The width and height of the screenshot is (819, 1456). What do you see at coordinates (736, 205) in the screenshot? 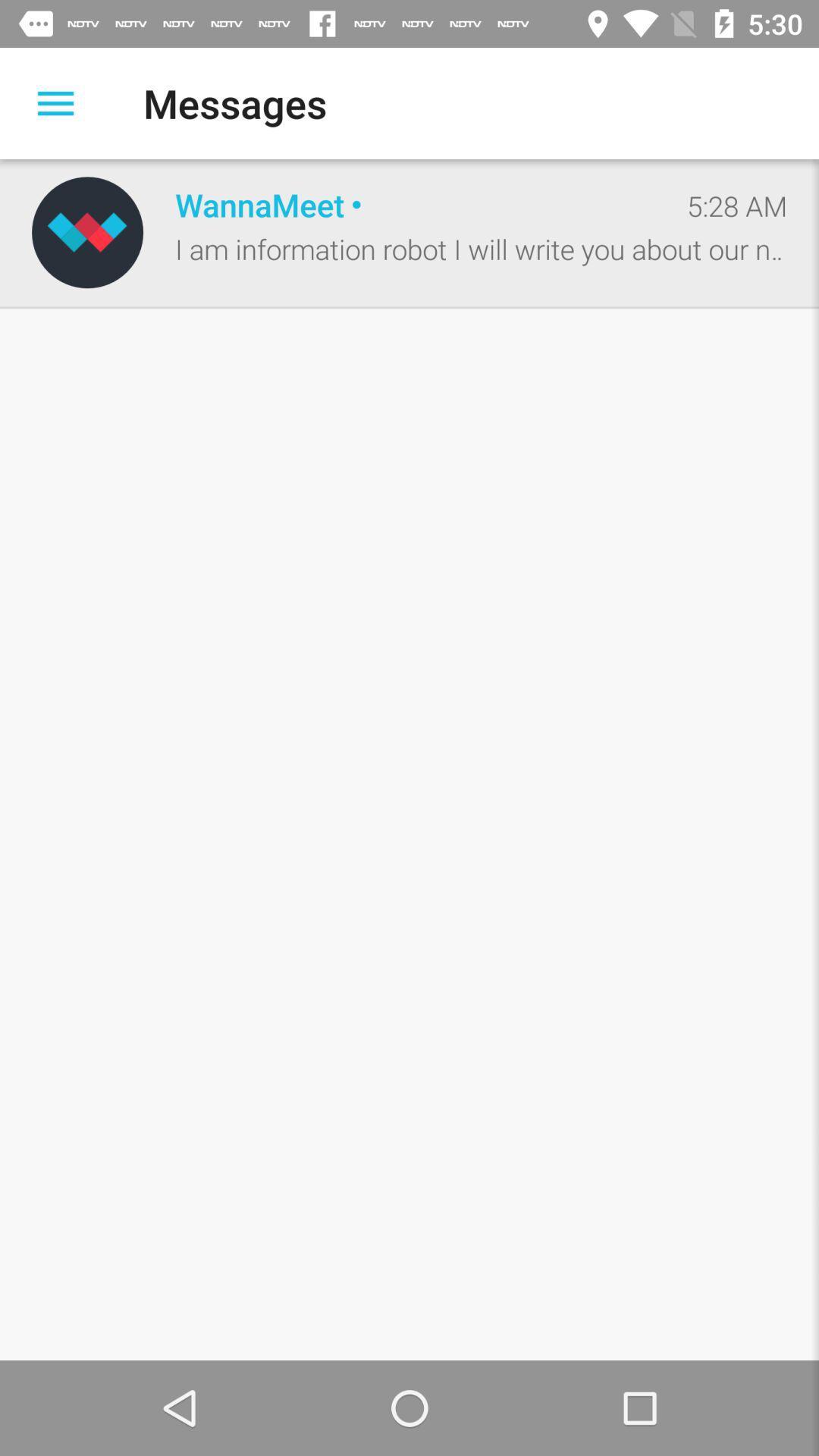
I see `icon at the top right corner` at bounding box center [736, 205].